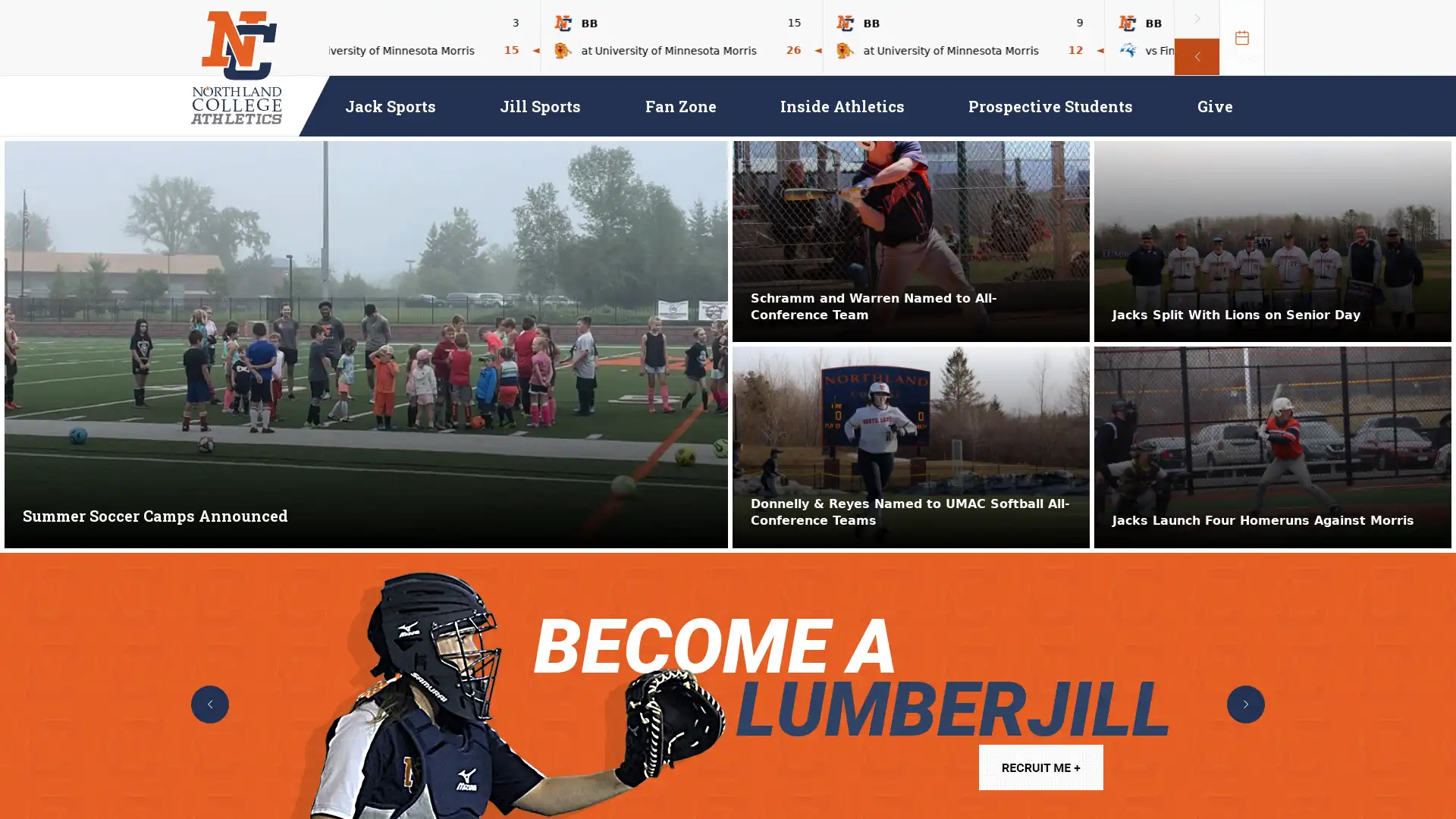 The image size is (1456, 819). I want to click on previous, so click(209, 704).